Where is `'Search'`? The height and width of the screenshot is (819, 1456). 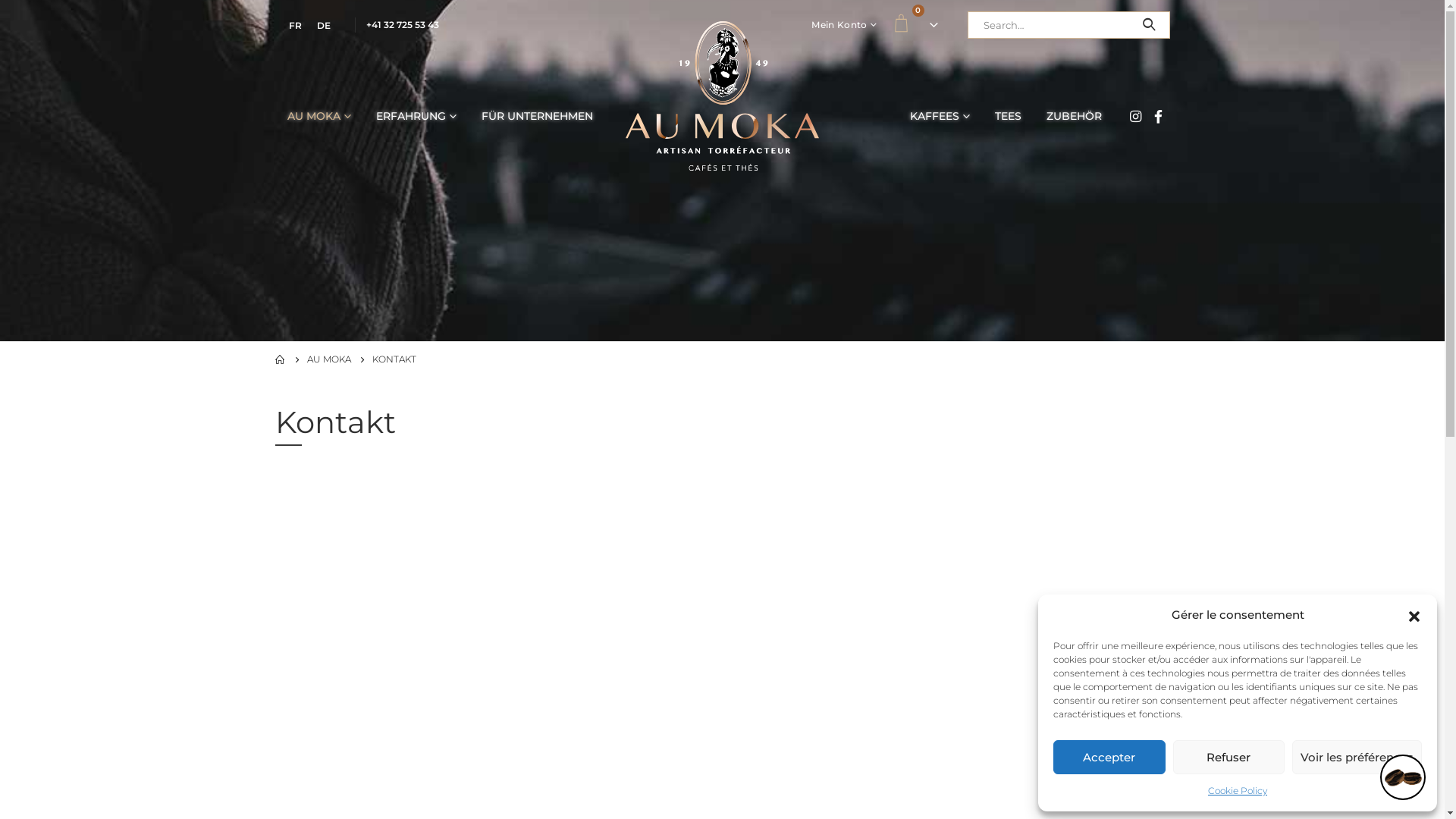
'Search' is located at coordinates (1149, 25).